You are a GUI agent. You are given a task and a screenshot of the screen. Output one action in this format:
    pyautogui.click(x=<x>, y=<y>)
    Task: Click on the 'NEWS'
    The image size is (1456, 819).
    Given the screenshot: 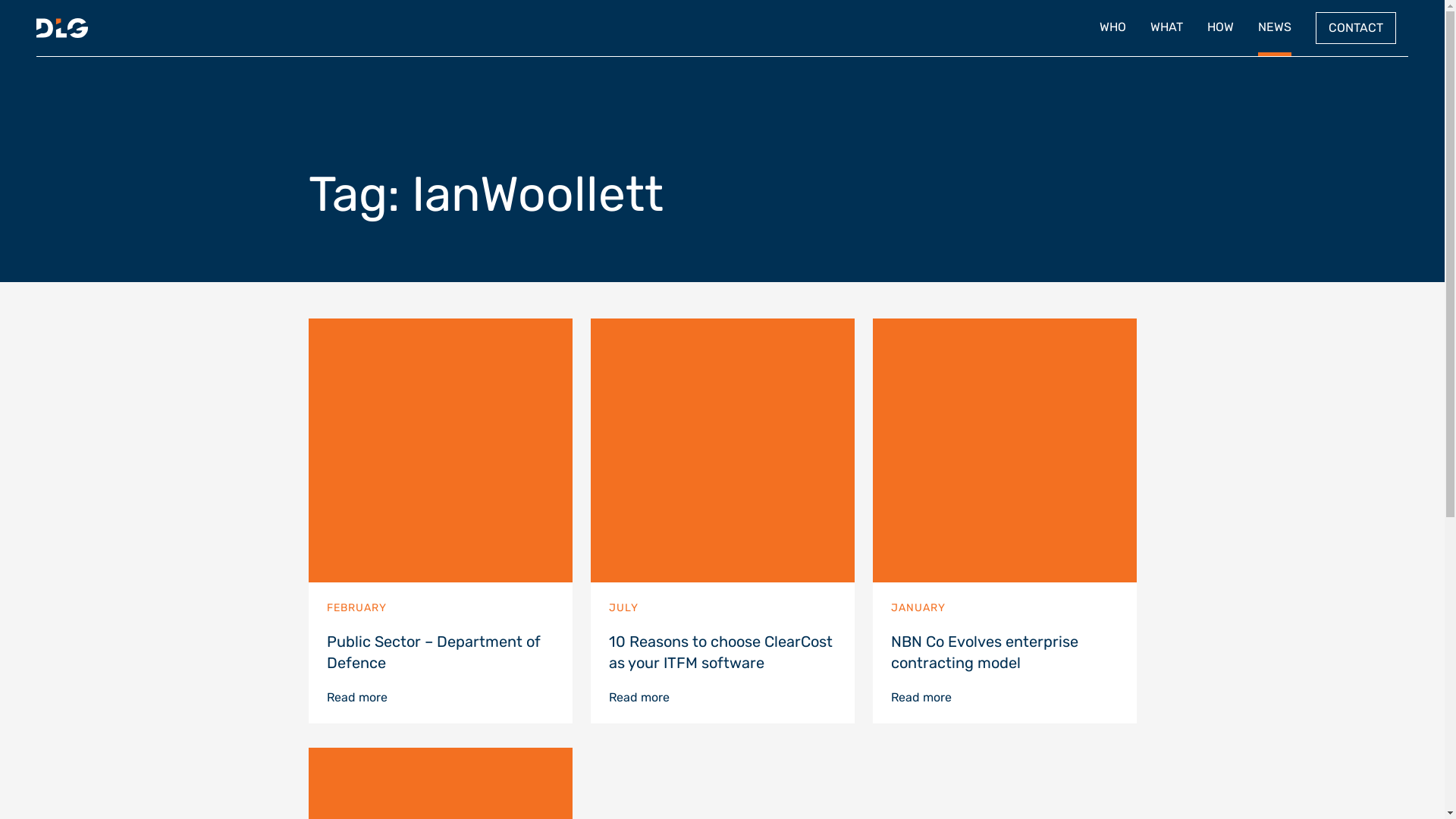 What is the action you would take?
    pyautogui.click(x=1274, y=28)
    